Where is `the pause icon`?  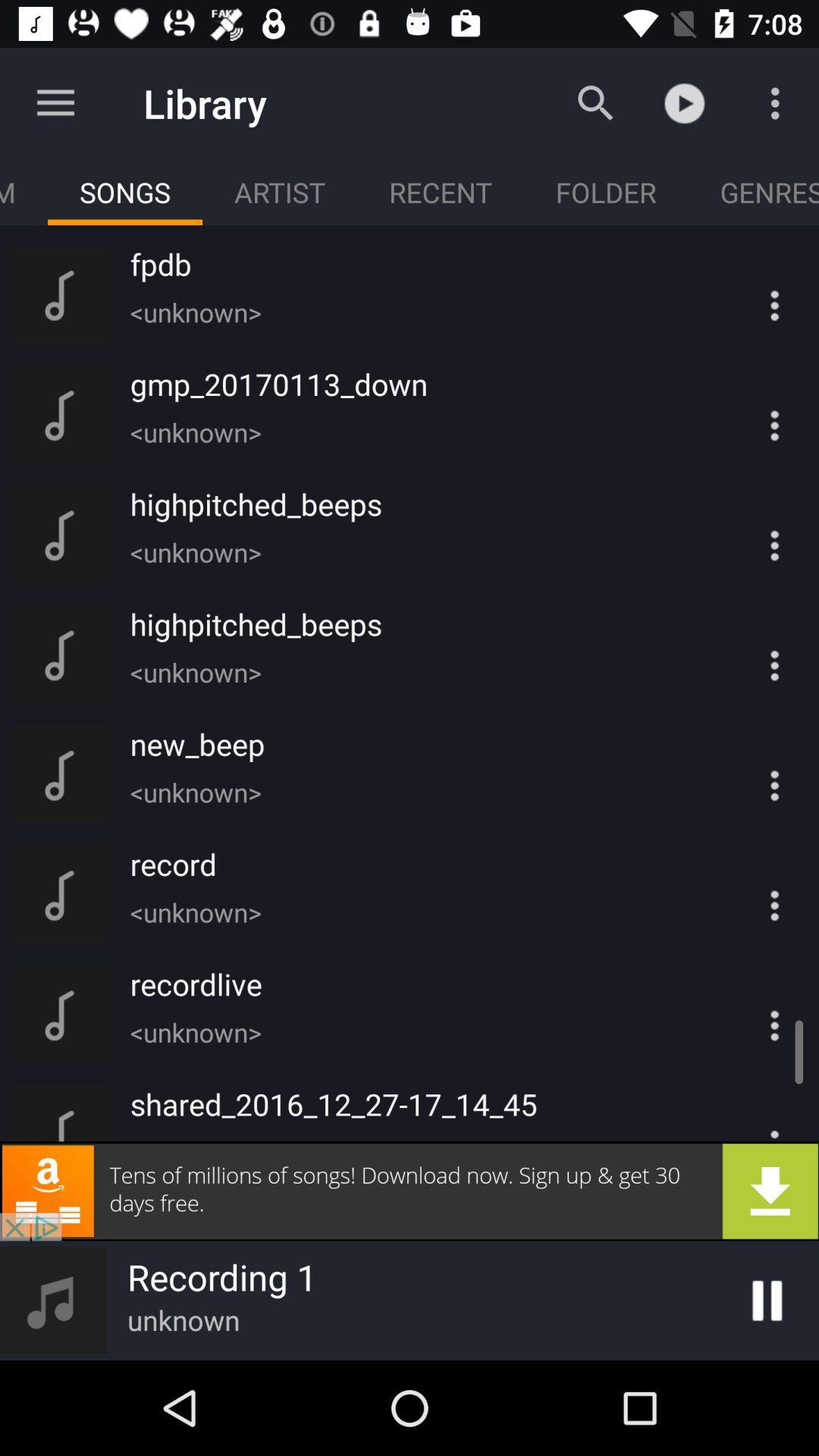
the pause icon is located at coordinates (767, 1300).